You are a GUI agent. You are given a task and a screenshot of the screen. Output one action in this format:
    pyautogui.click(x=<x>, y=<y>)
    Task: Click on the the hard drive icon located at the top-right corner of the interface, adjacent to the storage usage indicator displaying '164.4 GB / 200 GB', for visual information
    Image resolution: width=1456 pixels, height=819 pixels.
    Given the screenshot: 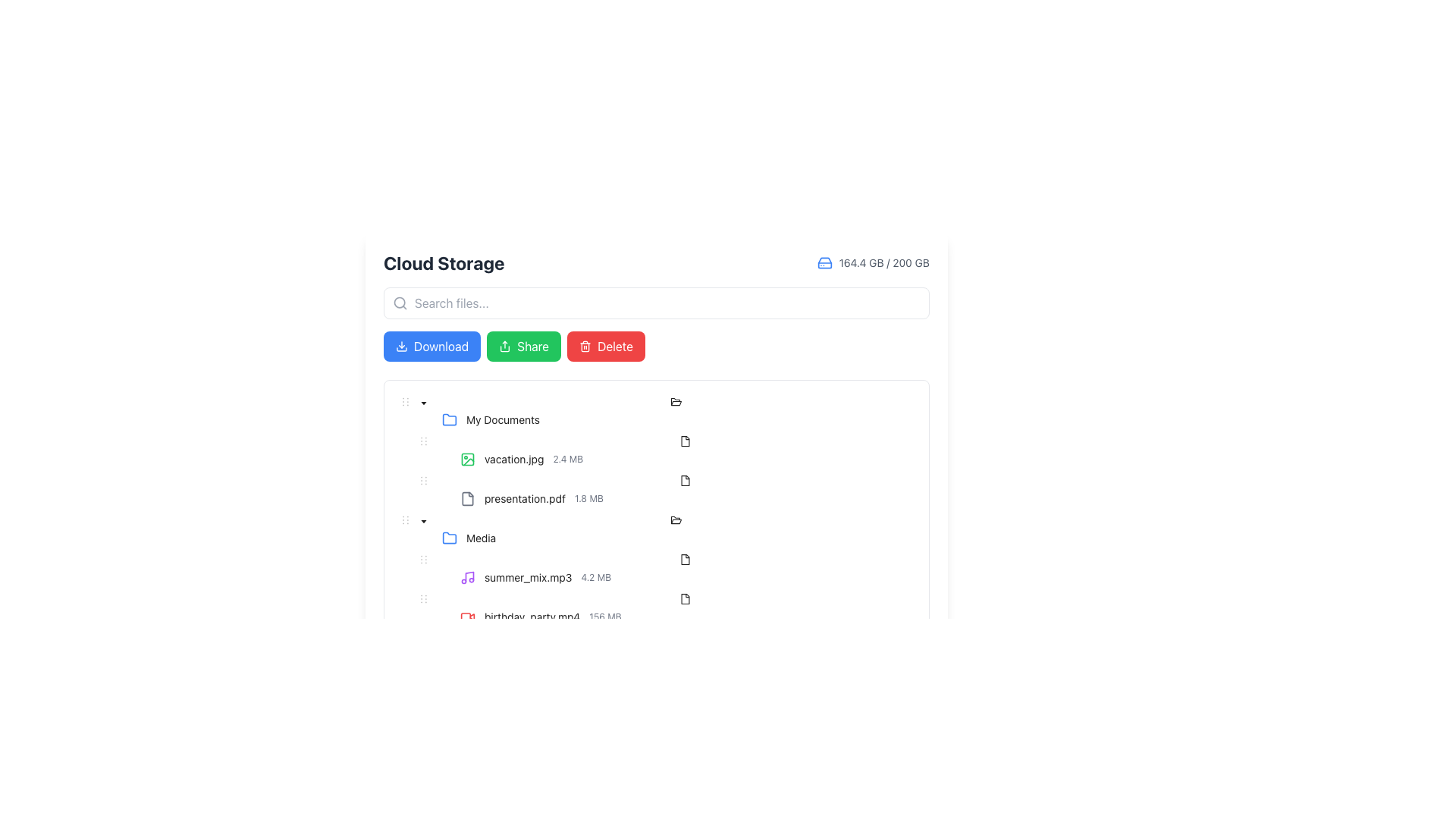 What is the action you would take?
    pyautogui.click(x=824, y=262)
    